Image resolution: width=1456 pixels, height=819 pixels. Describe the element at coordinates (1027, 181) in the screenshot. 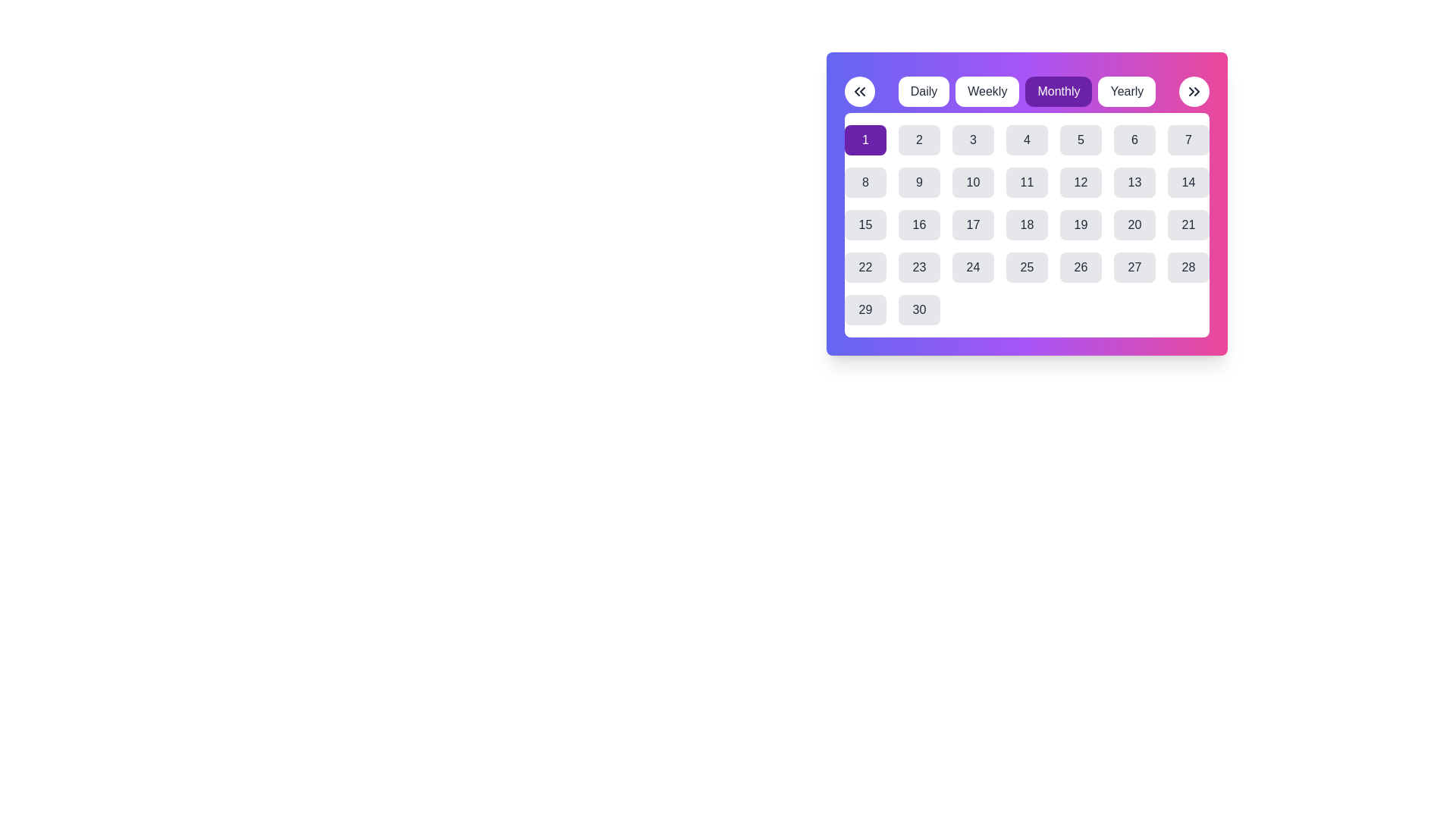

I see `the rounded rectangular button labeled '11' in the second row and fourth column of the date buttons in the calendar interface` at that location.